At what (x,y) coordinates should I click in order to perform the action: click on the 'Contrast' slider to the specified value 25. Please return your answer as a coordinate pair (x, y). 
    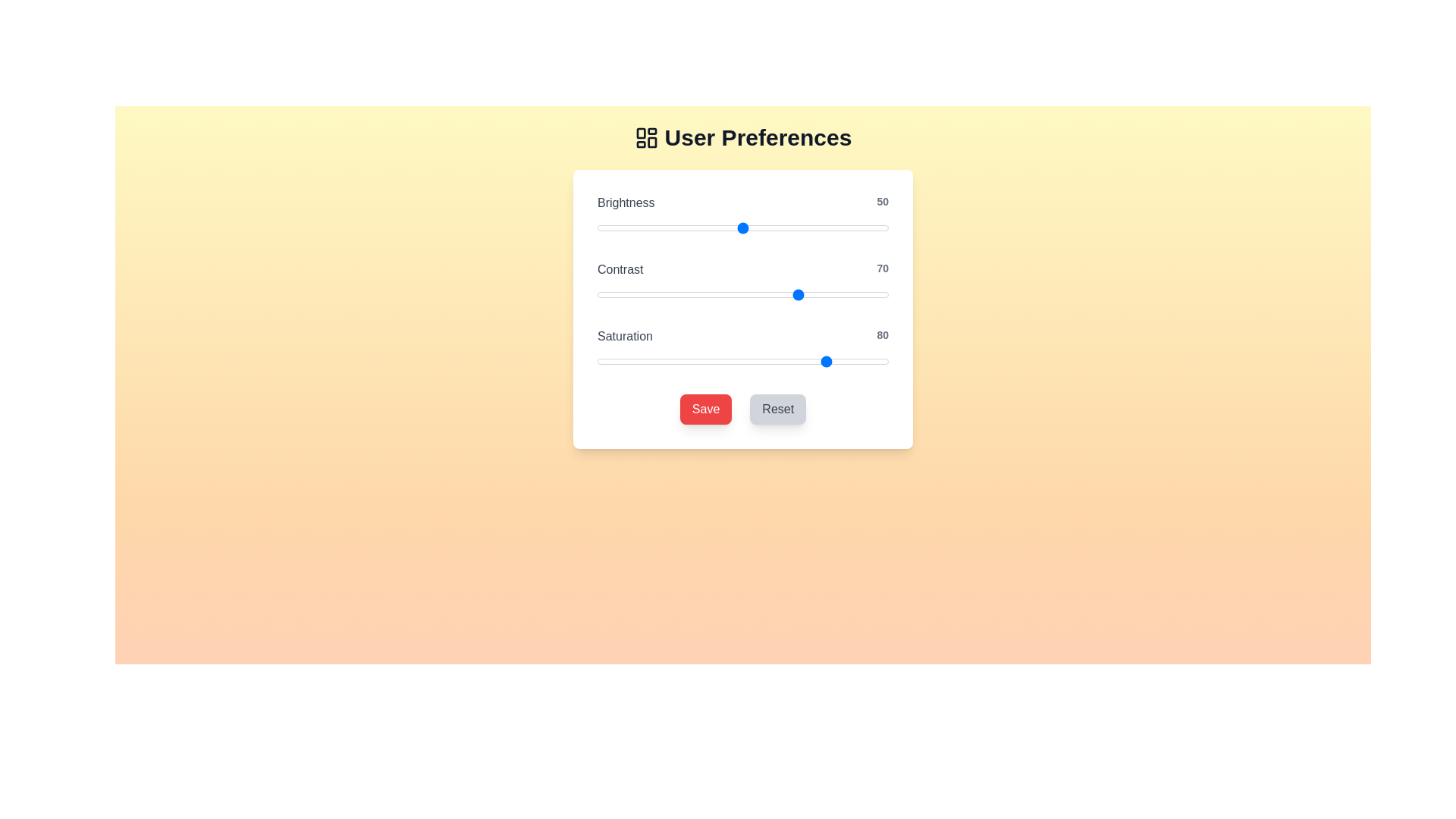
    Looking at the image, I should click on (669, 295).